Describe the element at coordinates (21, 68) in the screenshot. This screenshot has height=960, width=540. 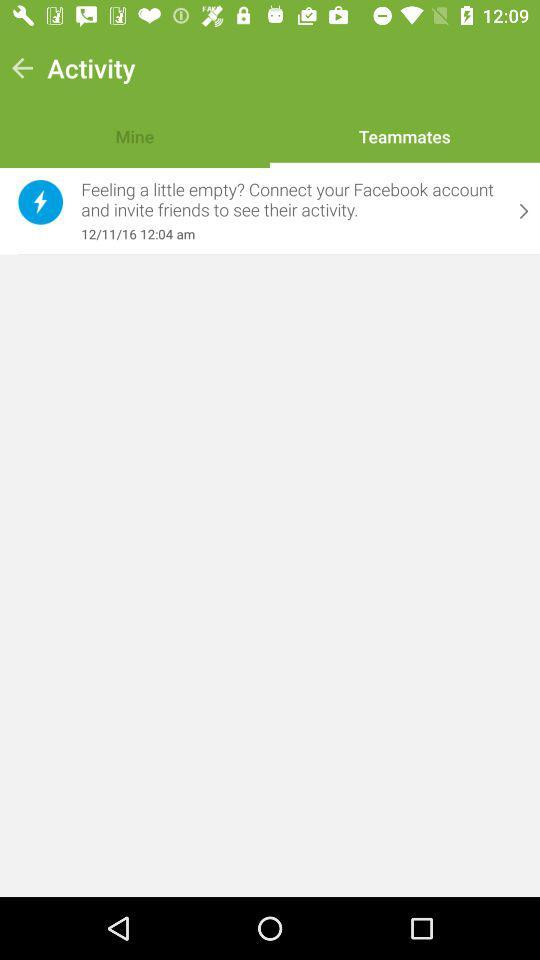
I see `the item to the left of activity icon` at that location.